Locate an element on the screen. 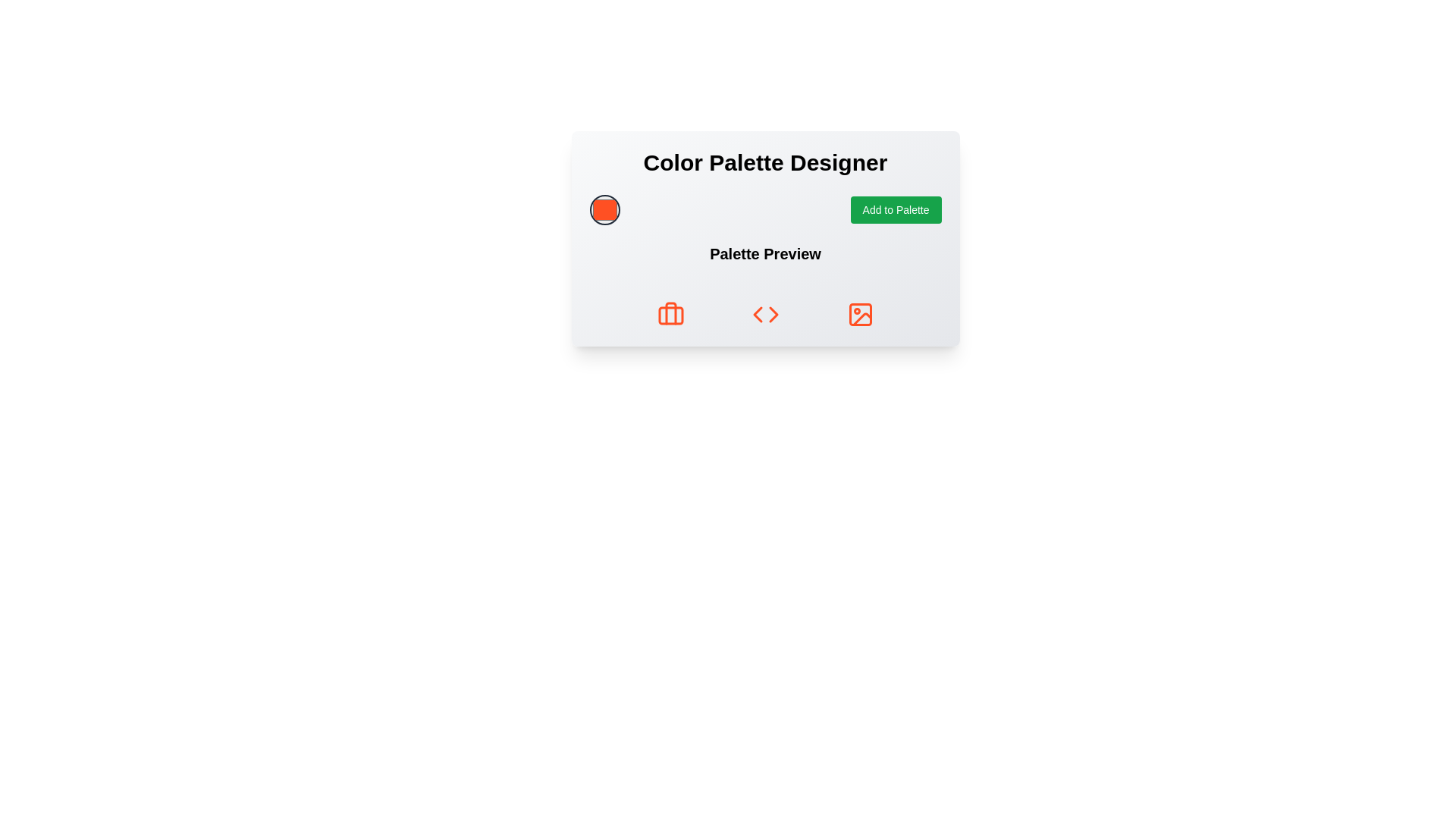  the orange outline briefcase icon located below the 'Palette Preview' label is located at coordinates (670, 314).